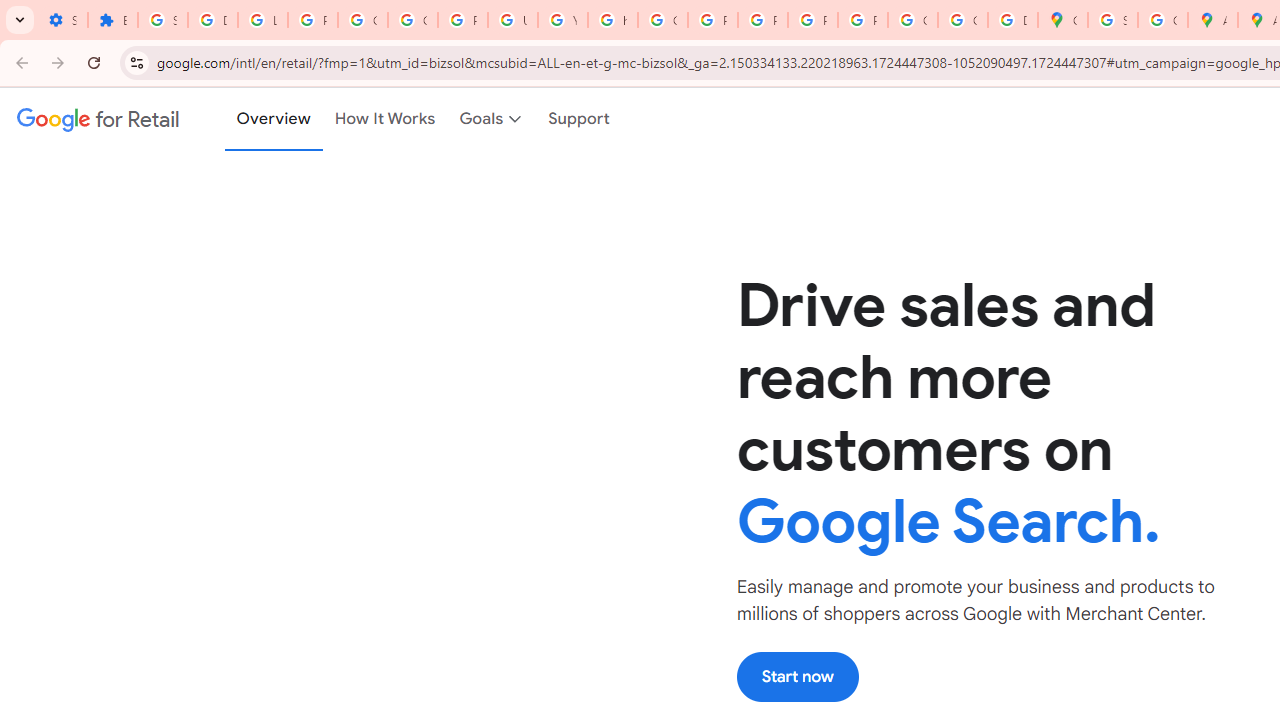 The image size is (1280, 720). What do you see at coordinates (62, 20) in the screenshot?
I see `'Settings - On startup'` at bounding box center [62, 20].